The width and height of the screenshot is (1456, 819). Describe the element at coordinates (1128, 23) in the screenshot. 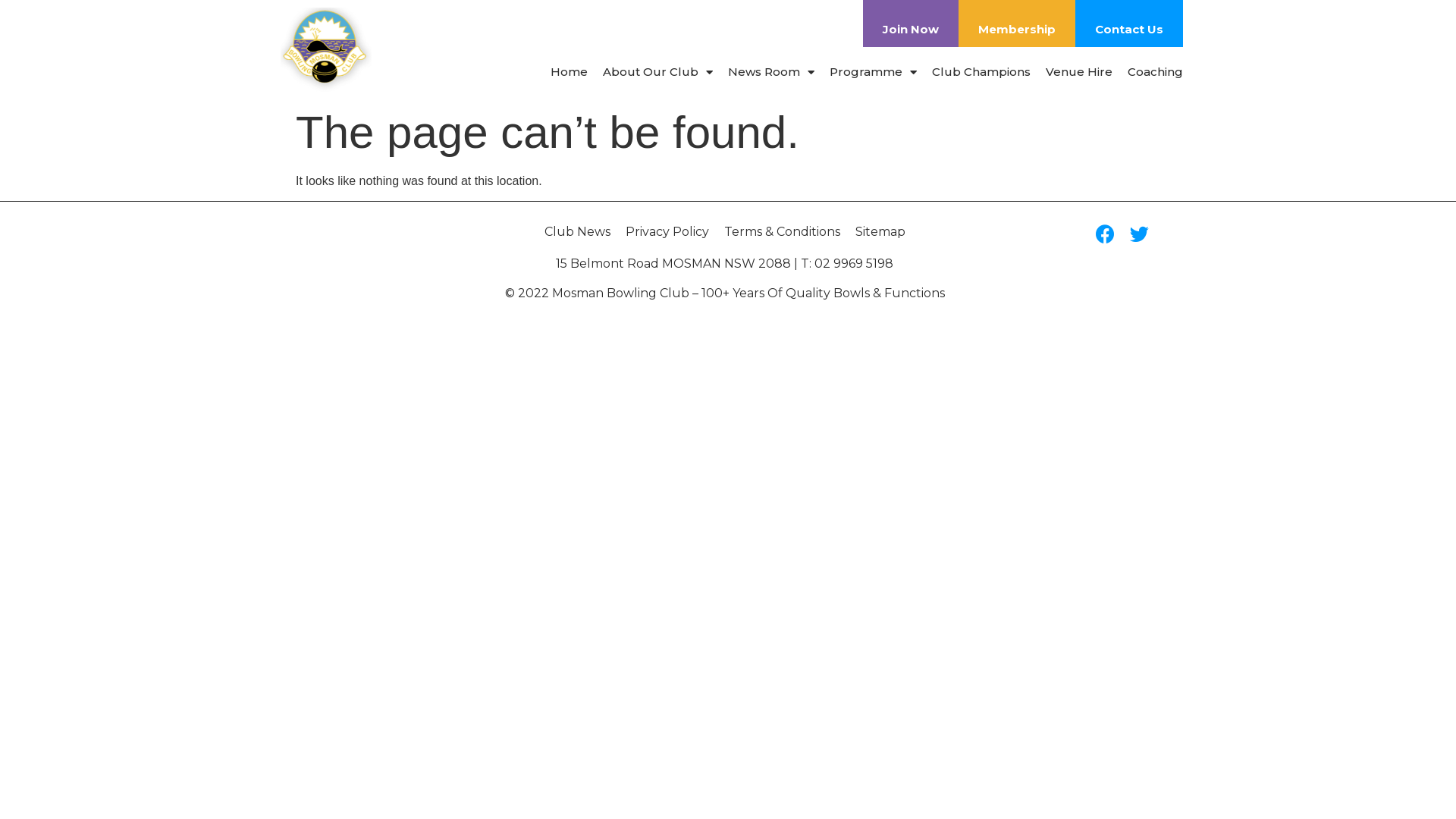

I see `'Contact Us'` at that location.